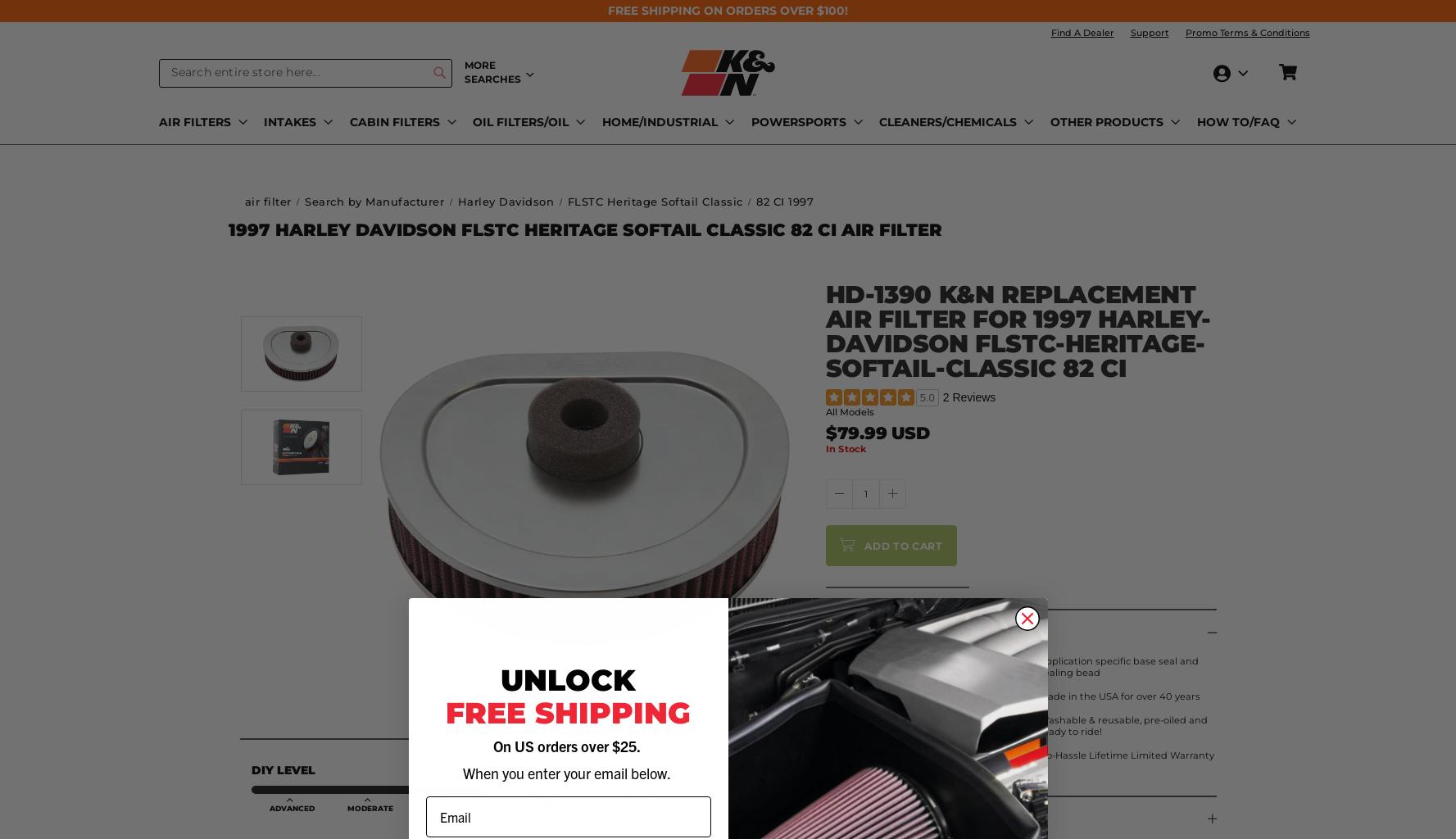  I want to click on 'FREE SHIPPING ON ORDERS OVER $100!', so click(607, 11).